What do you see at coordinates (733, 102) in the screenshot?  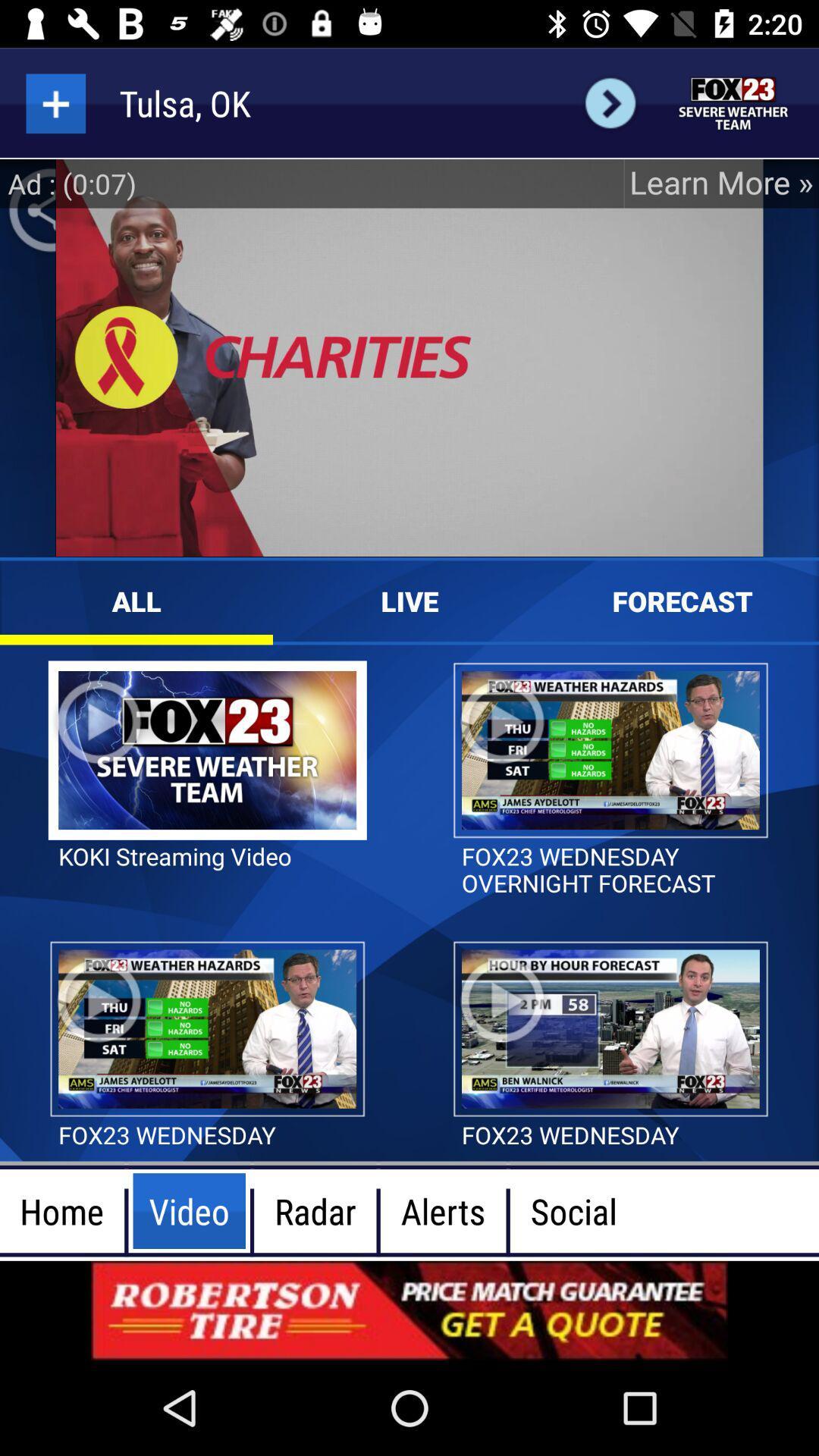 I see `advertisement` at bounding box center [733, 102].